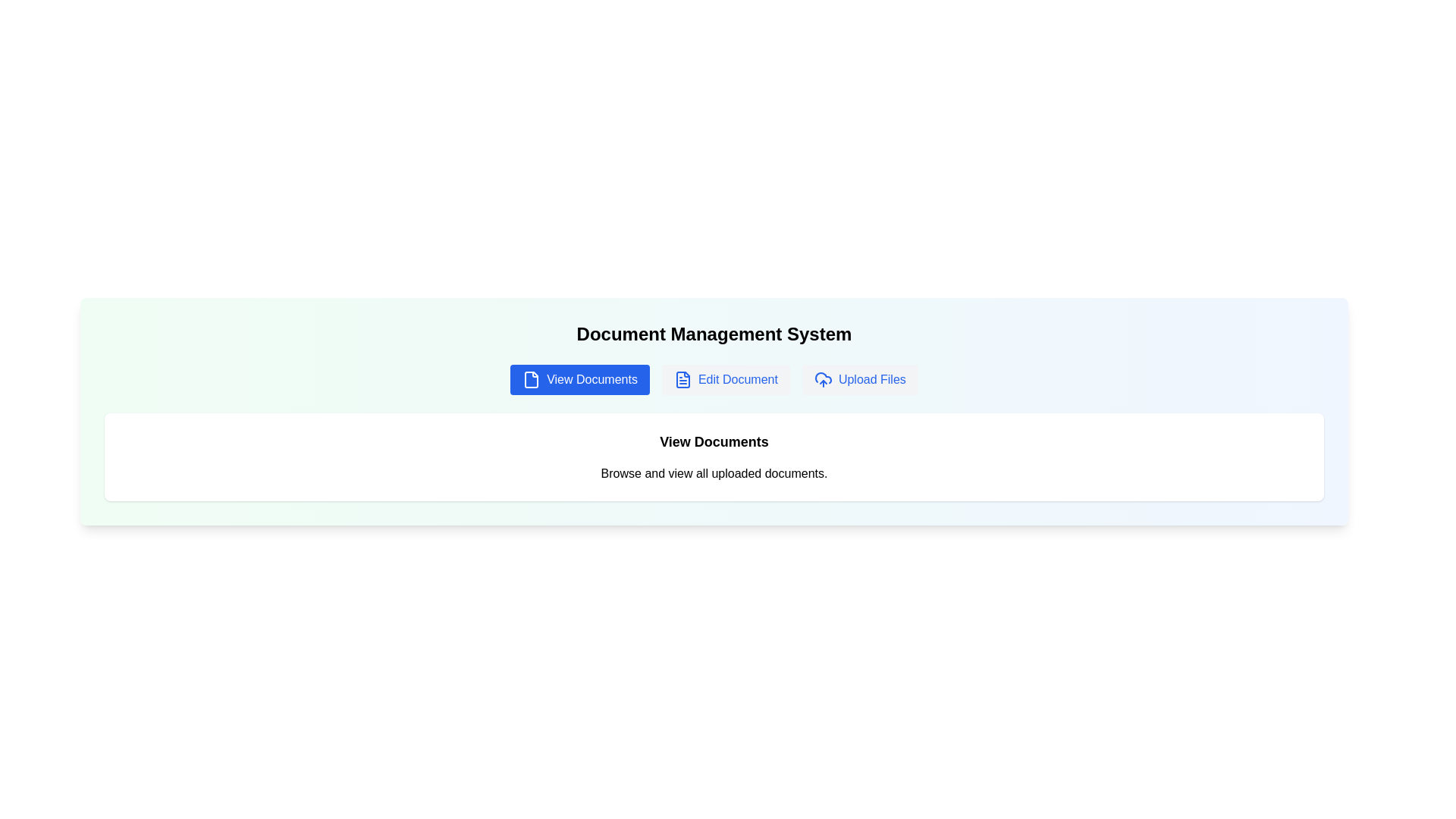 The height and width of the screenshot is (819, 1456). What do you see at coordinates (724, 379) in the screenshot?
I see `the tab labeled Edit Document` at bounding box center [724, 379].